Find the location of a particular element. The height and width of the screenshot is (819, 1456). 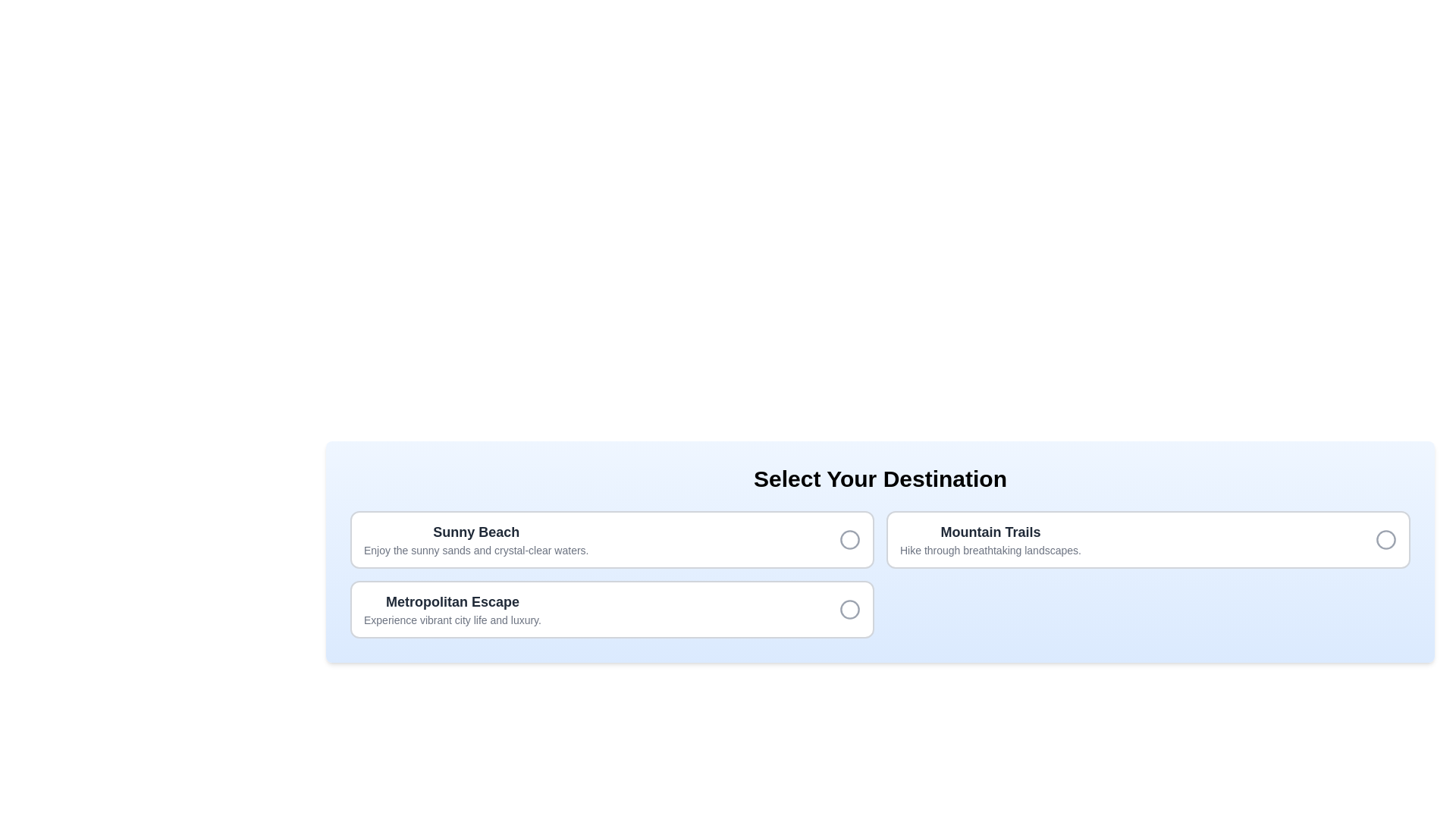

descriptive tagline text located under the heading 'Metropolitan Escape' in the lower section of the selection card is located at coordinates (451, 620).